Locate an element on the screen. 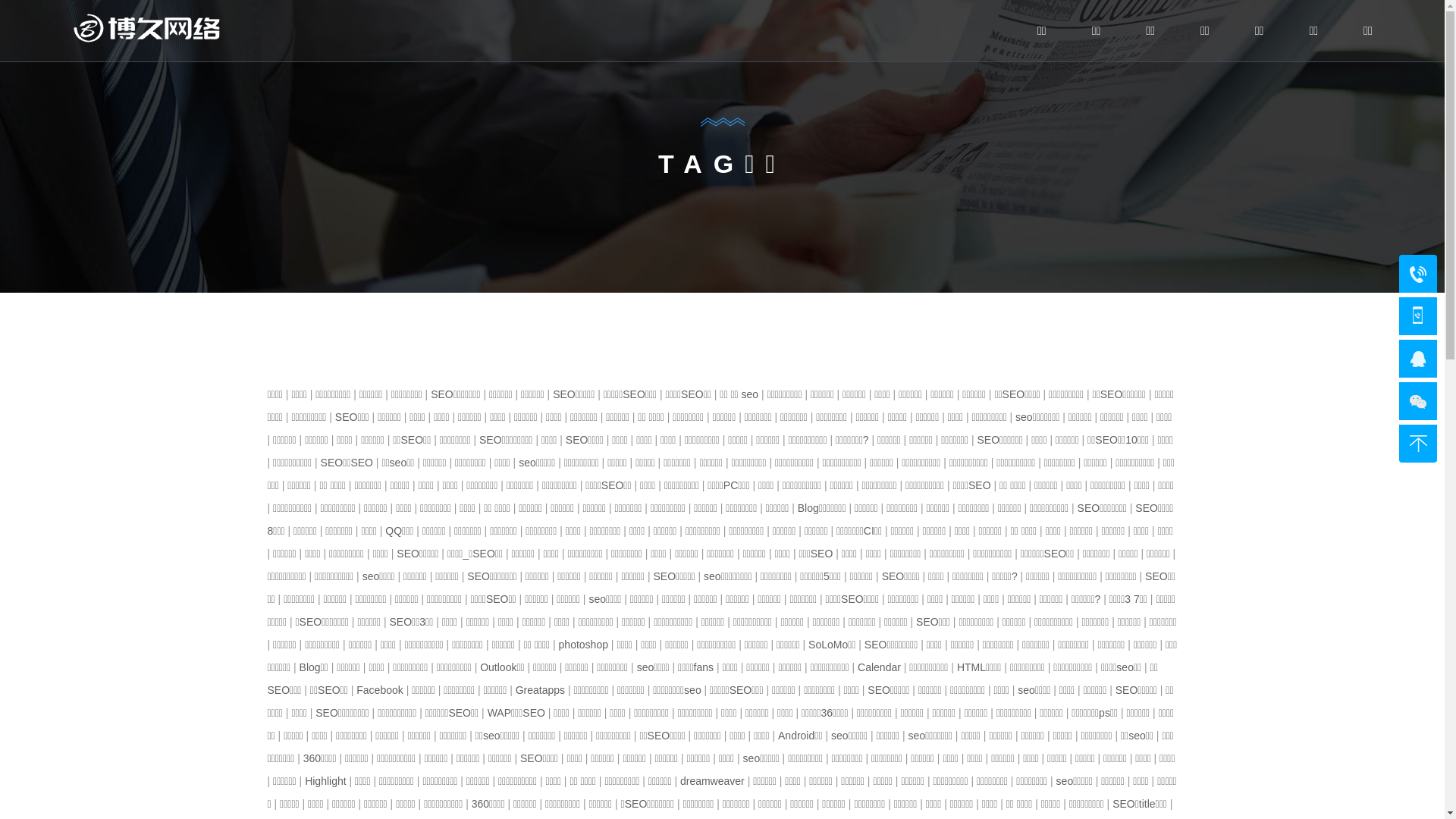  'Highlight' is located at coordinates (324, 780).